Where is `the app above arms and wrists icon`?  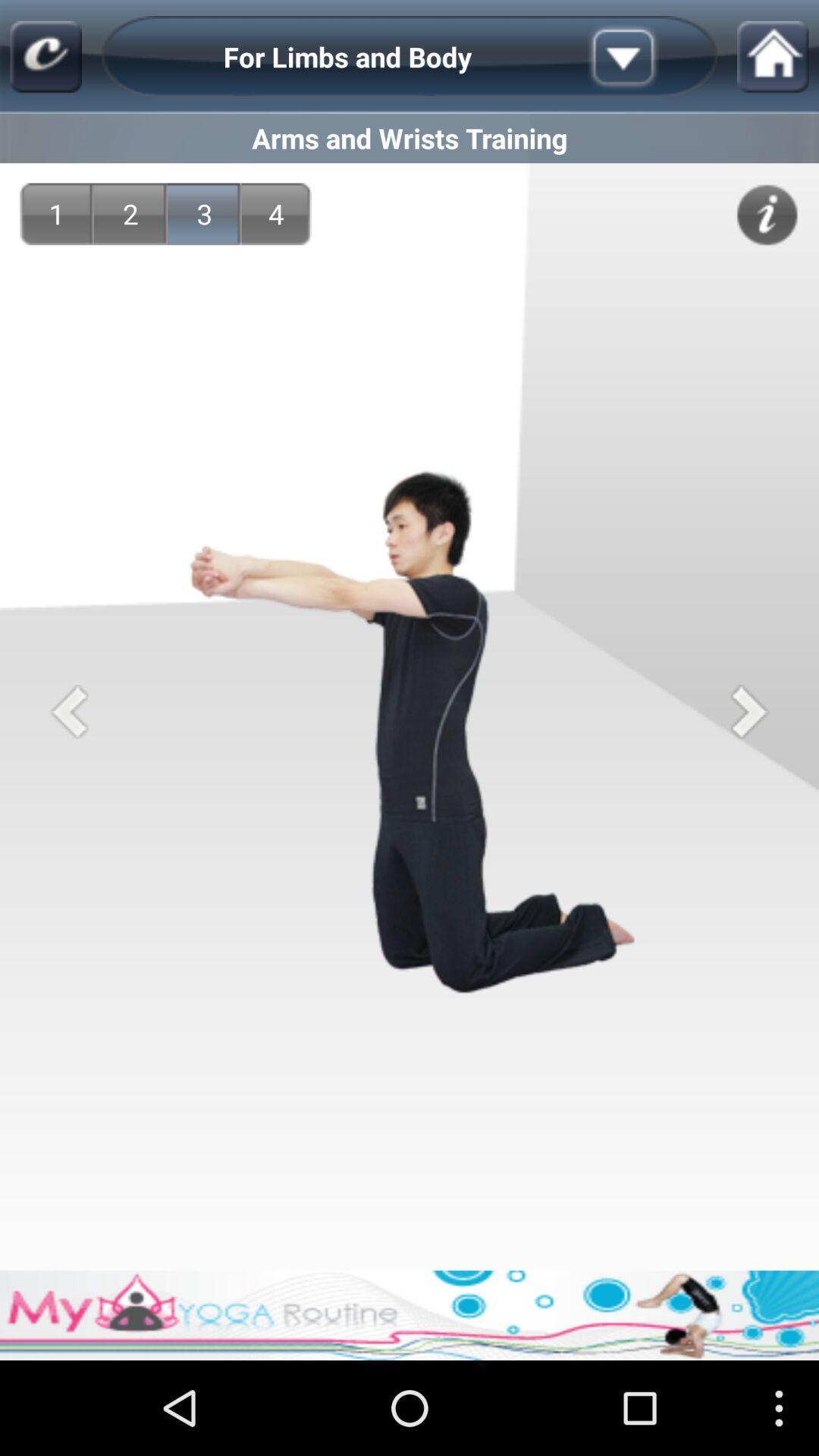 the app above arms and wrists icon is located at coordinates (45, 57).